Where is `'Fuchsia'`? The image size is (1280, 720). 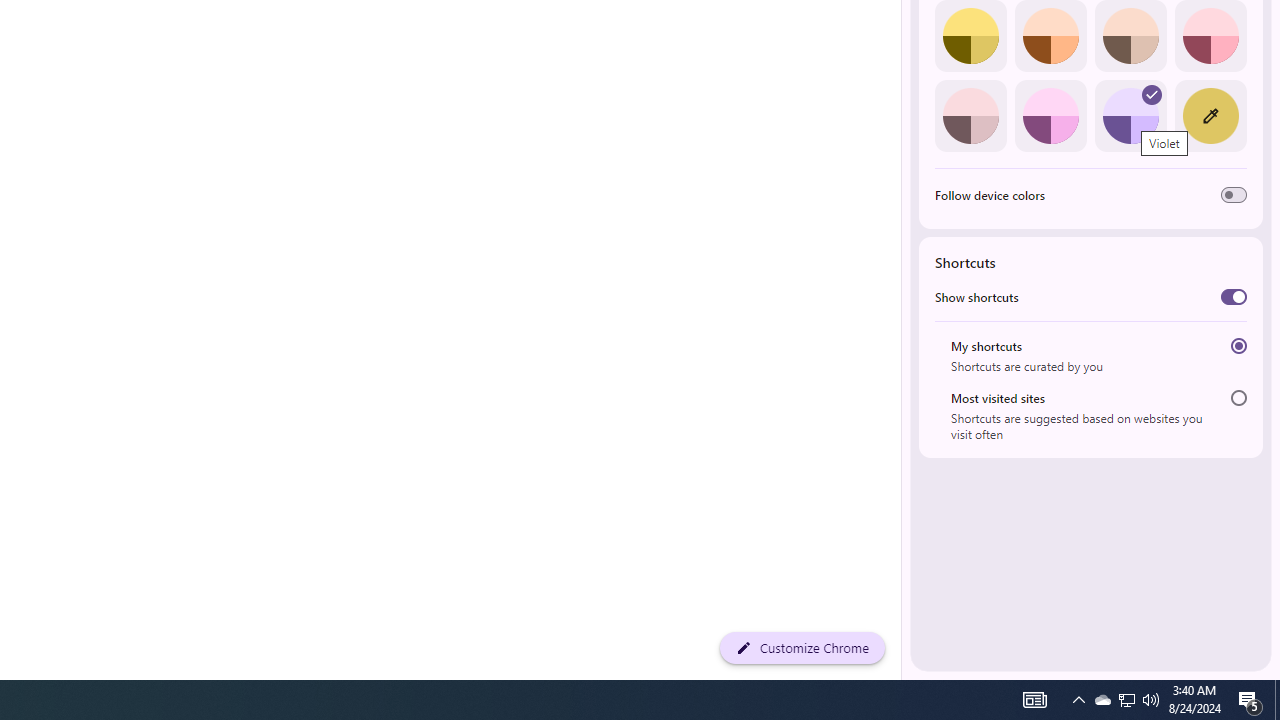
'Fuchsia' is located at coordinates (1049, 115).